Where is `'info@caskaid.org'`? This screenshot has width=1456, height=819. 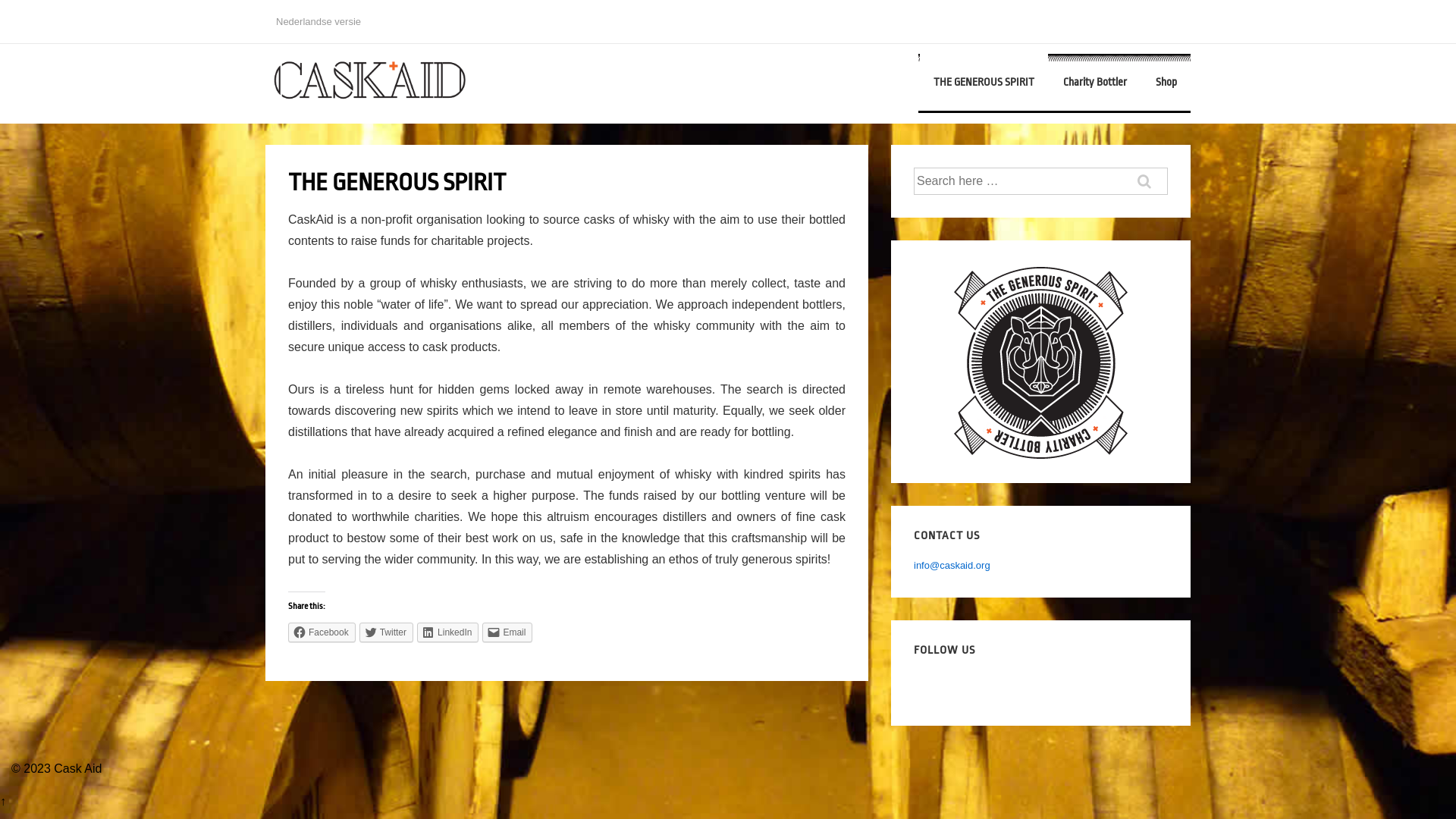 'info@caskaid.org' is located at coordinates (912, 565).